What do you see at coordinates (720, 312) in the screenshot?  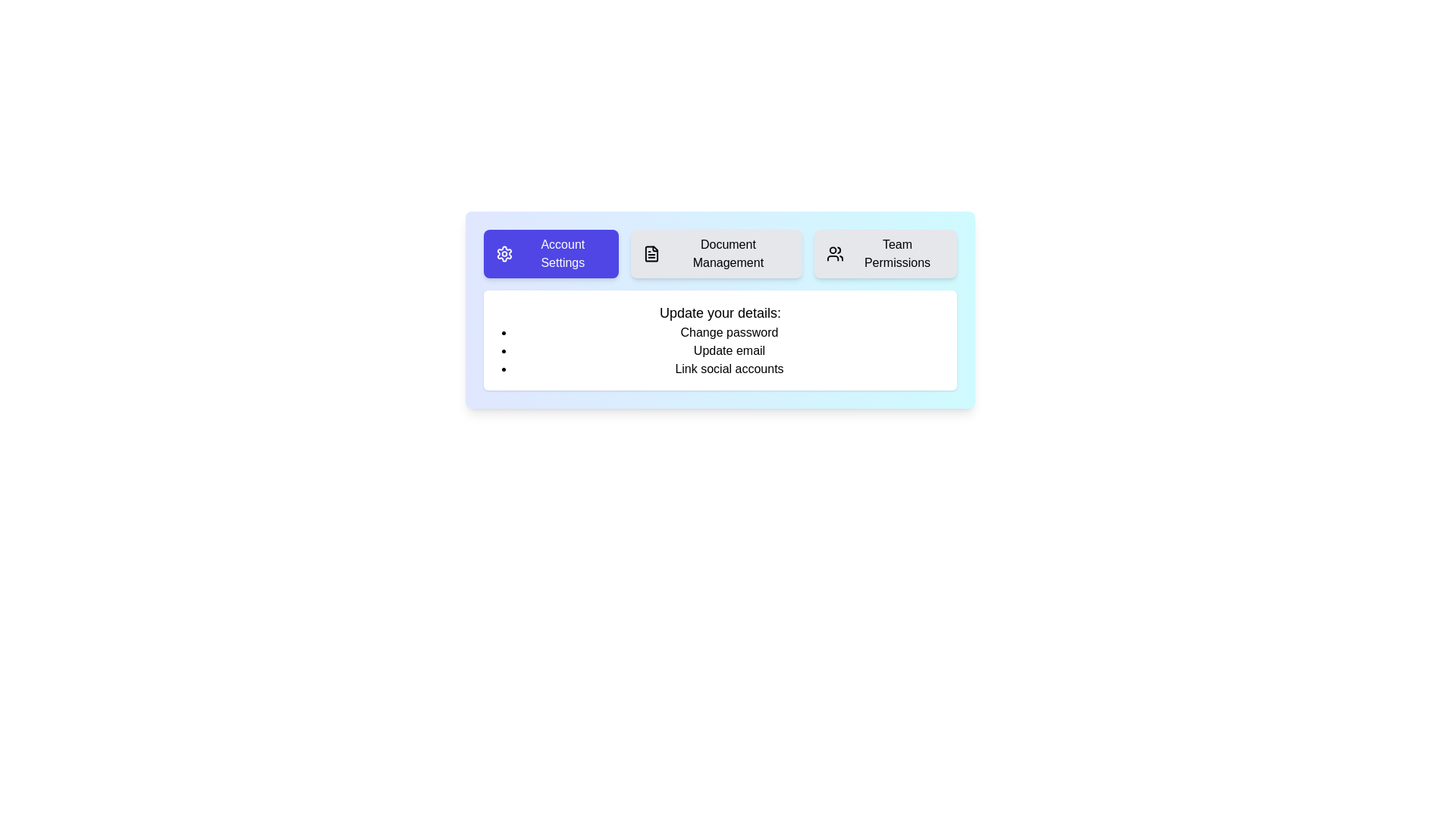 I see `the heading text element that introduces the list of account update options to focus it` at bounding box center [720, 312].